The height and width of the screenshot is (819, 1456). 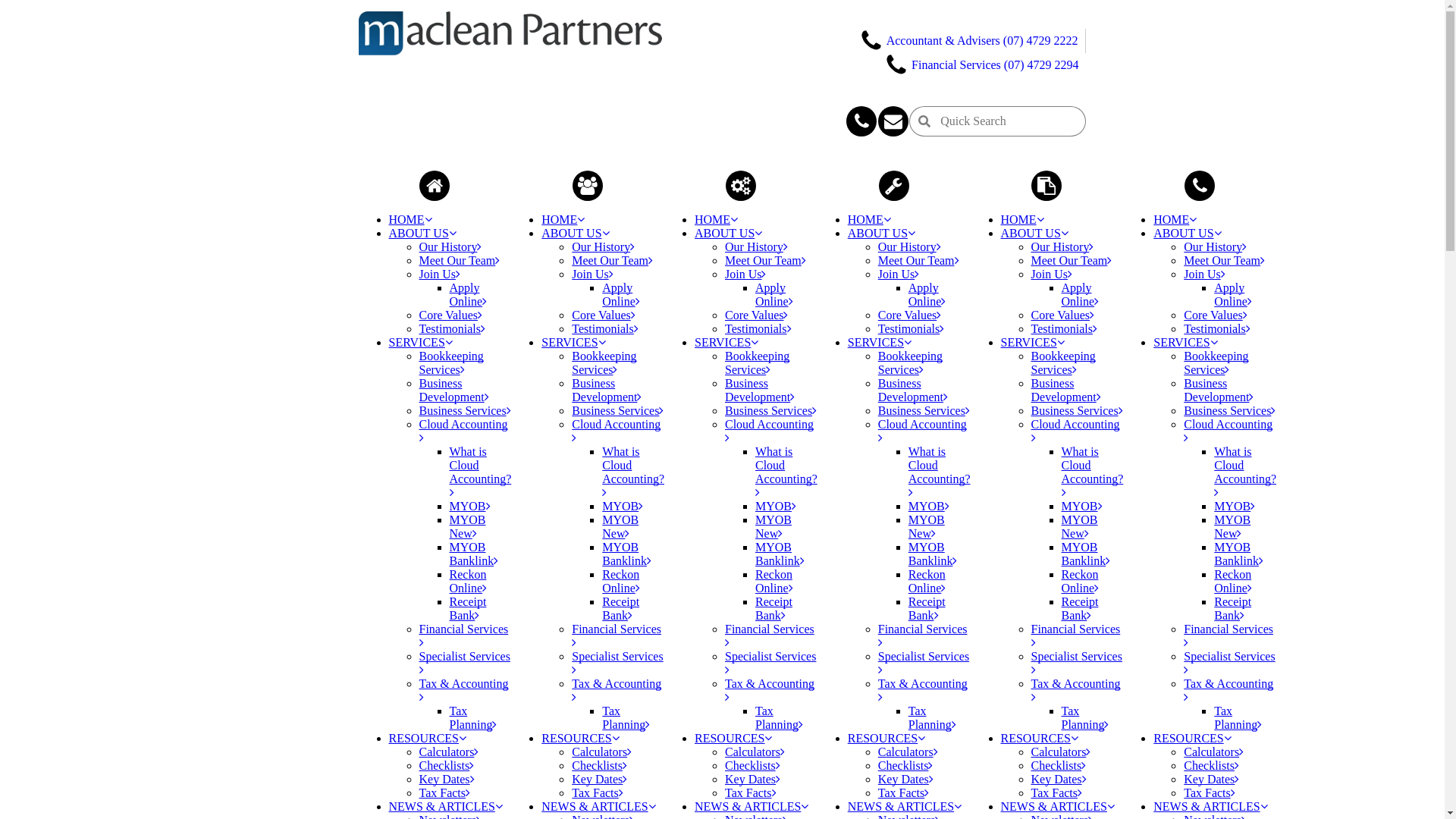 What do you see at coordinates (574, 233) in the screenshot?
I see `'ABOUT US'` at bounding box center [574, 233].